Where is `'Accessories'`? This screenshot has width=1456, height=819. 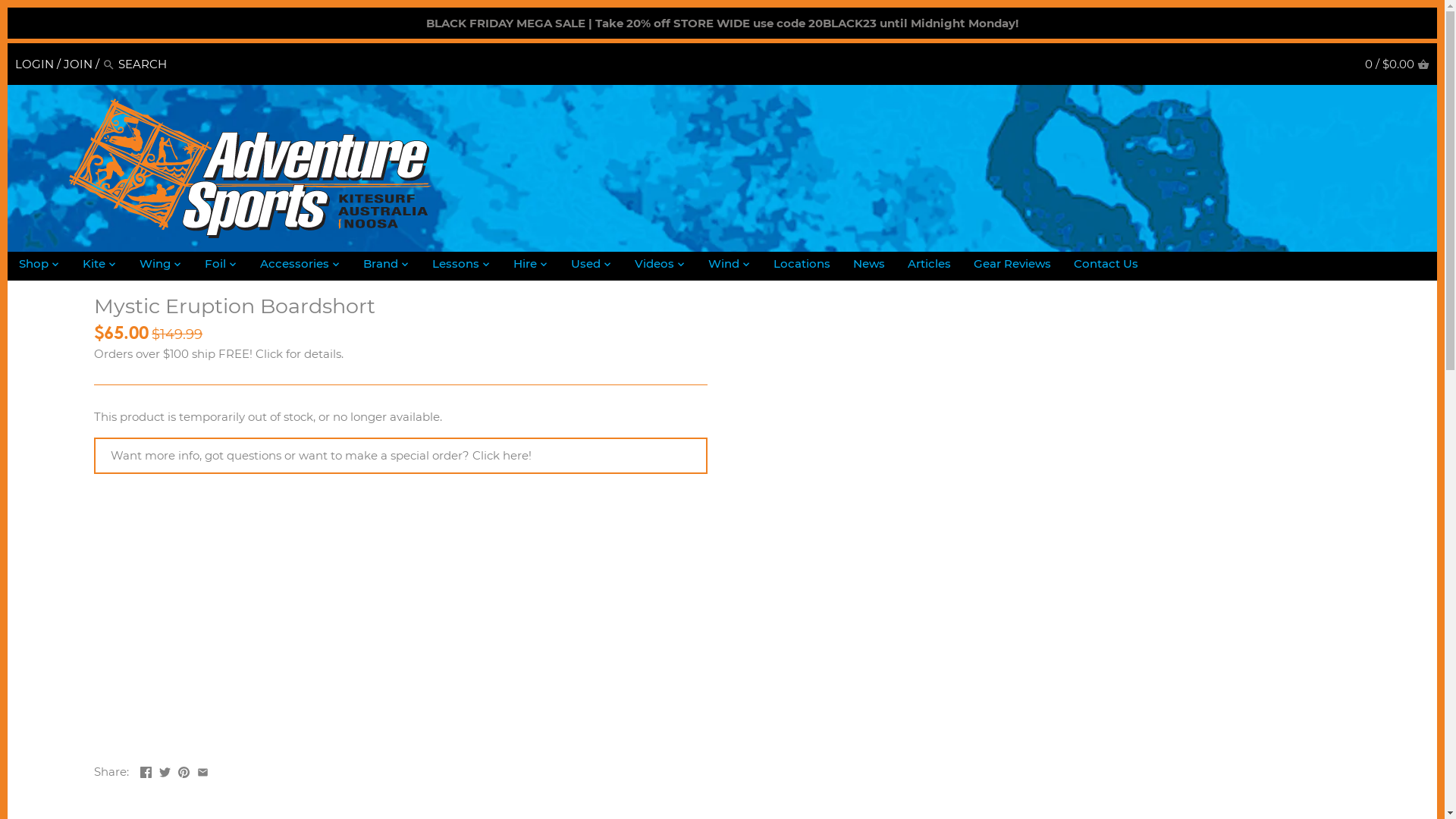 'Accessories' is located at coordinates (294, 265).